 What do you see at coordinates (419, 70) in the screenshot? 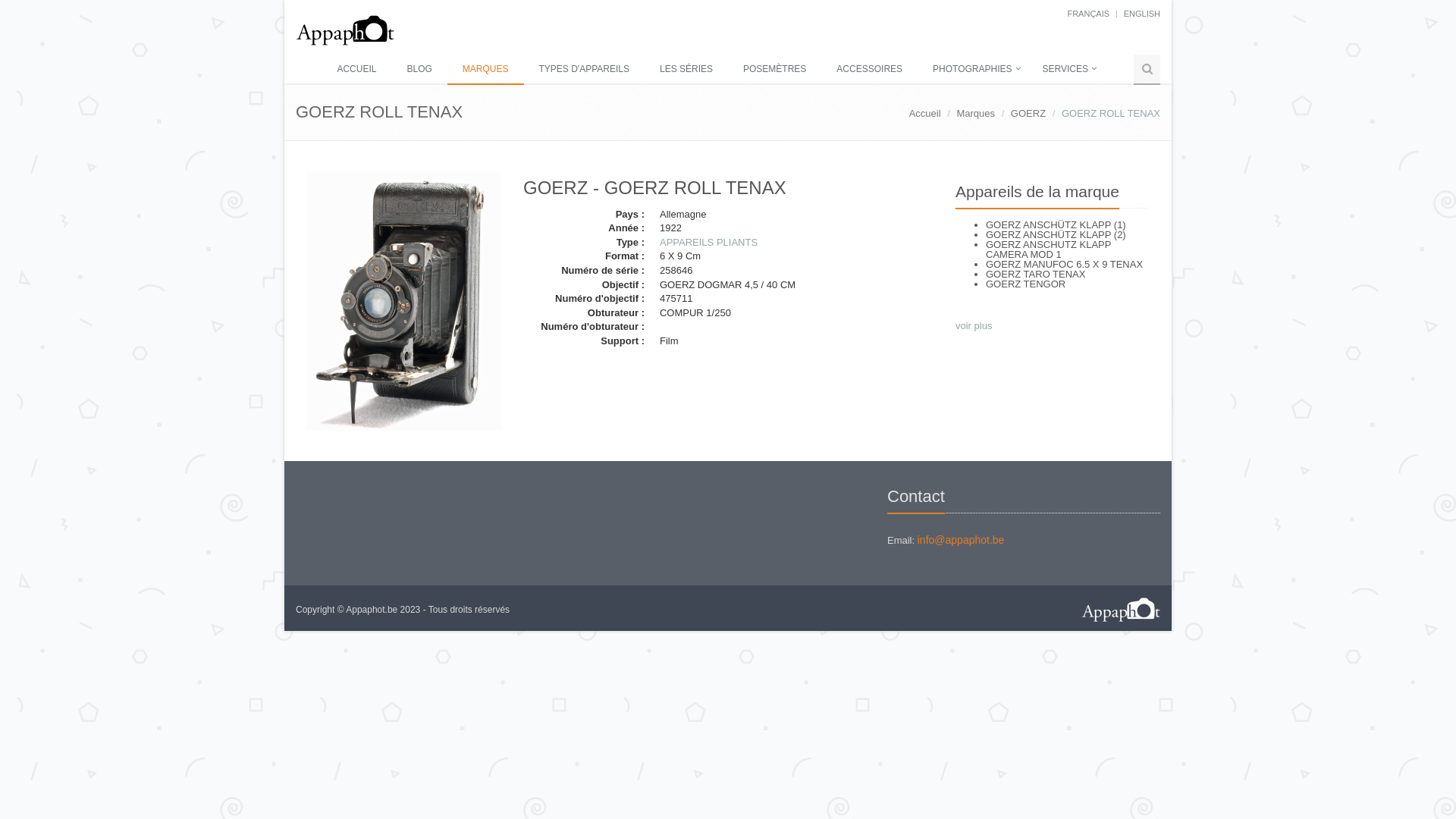
I see `'BLOG'` at bounding box center [419, 70].